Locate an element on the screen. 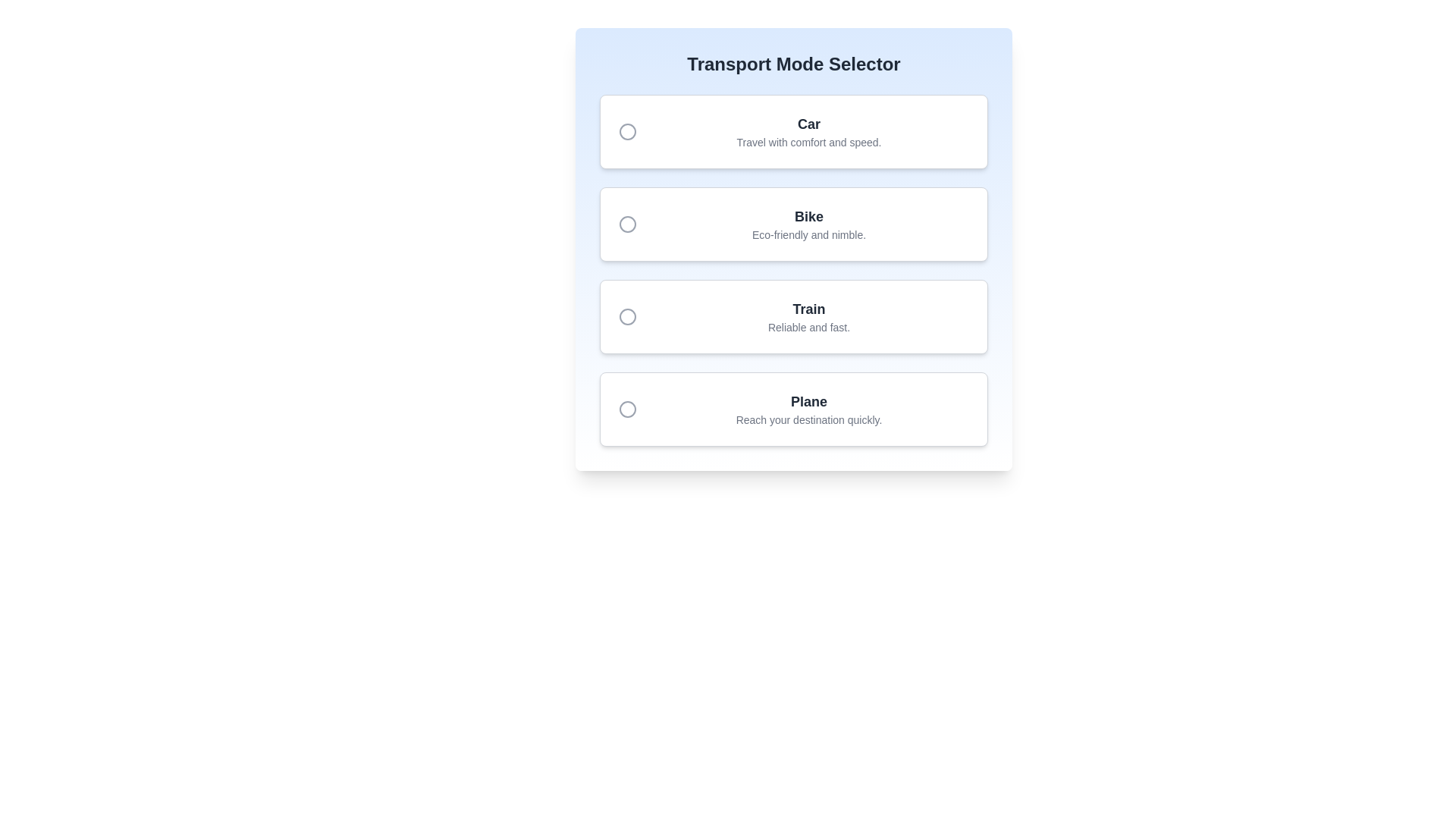  the 'Car' text label which is the first selection option in the Transport Mode Selector group is located at coordinates (808, 130).